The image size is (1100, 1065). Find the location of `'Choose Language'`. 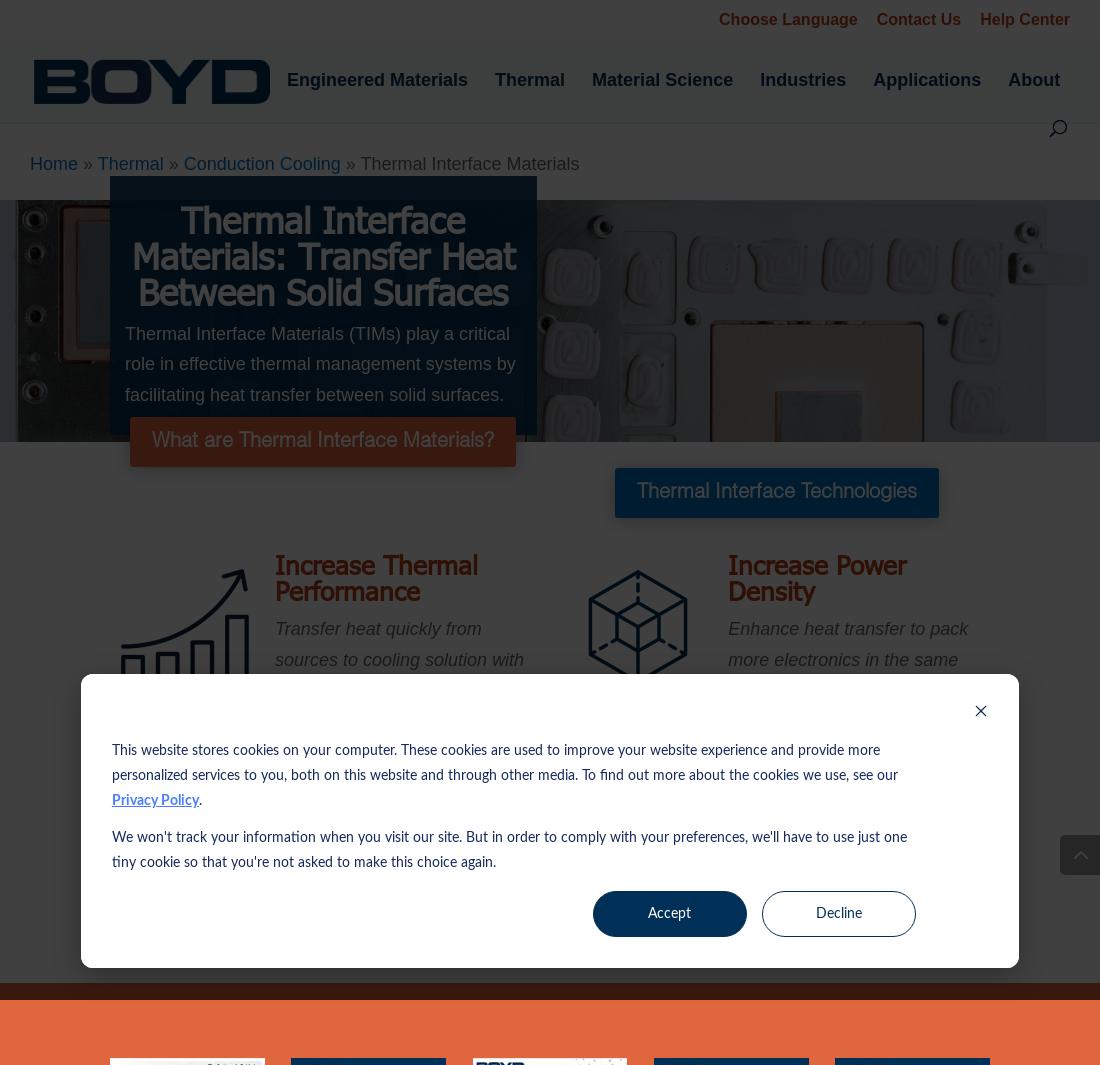

'Choose Language' is located at coordinates (788, 18).